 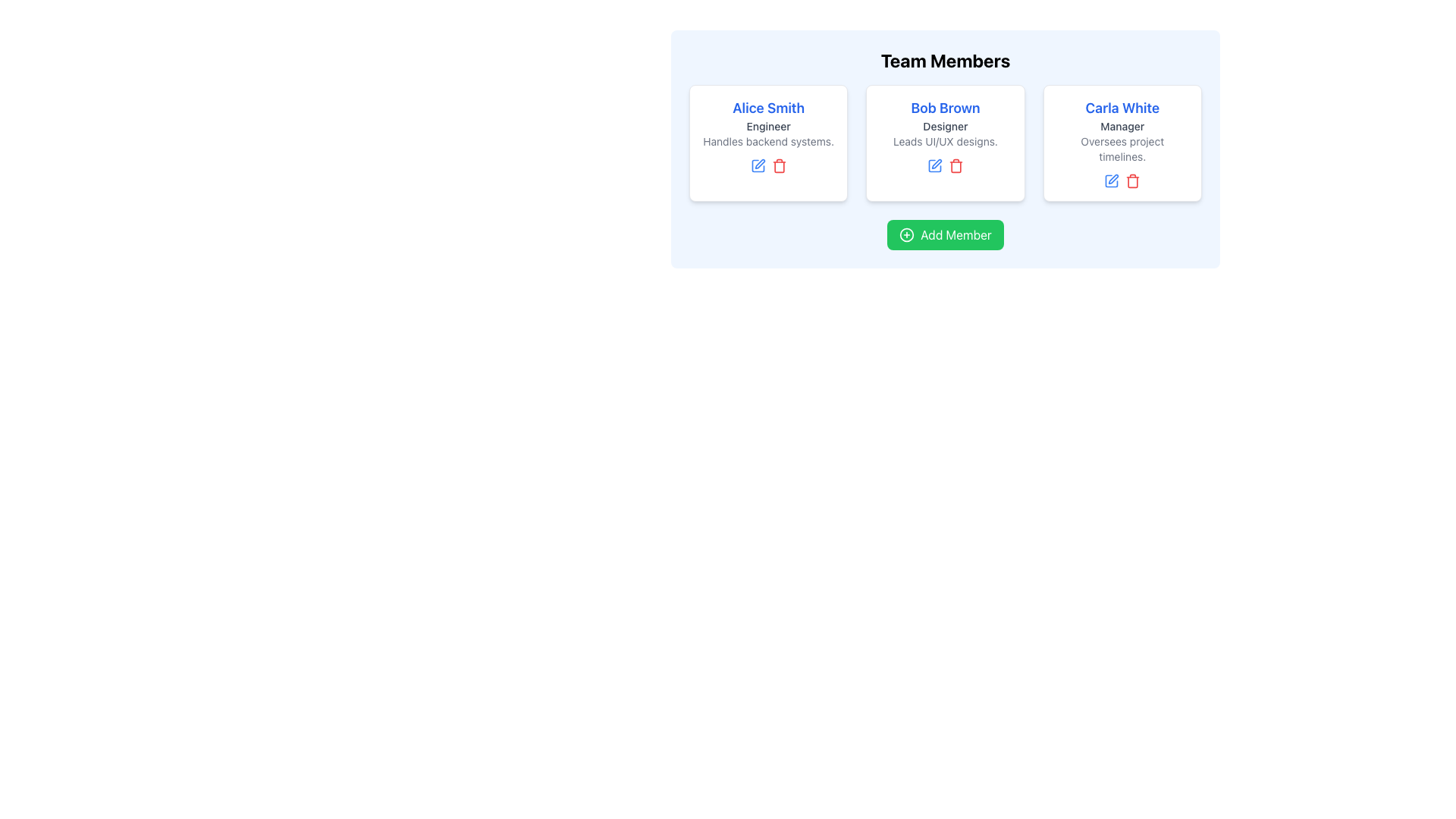 What do you see at coordinates (768, 107) in the screenshot?
I see `the text label displaying the name 'Alice Smith' in large, vibrant blue font, located at the top of the leftmost card in a set of three cards` at bounding box center [768, 107].